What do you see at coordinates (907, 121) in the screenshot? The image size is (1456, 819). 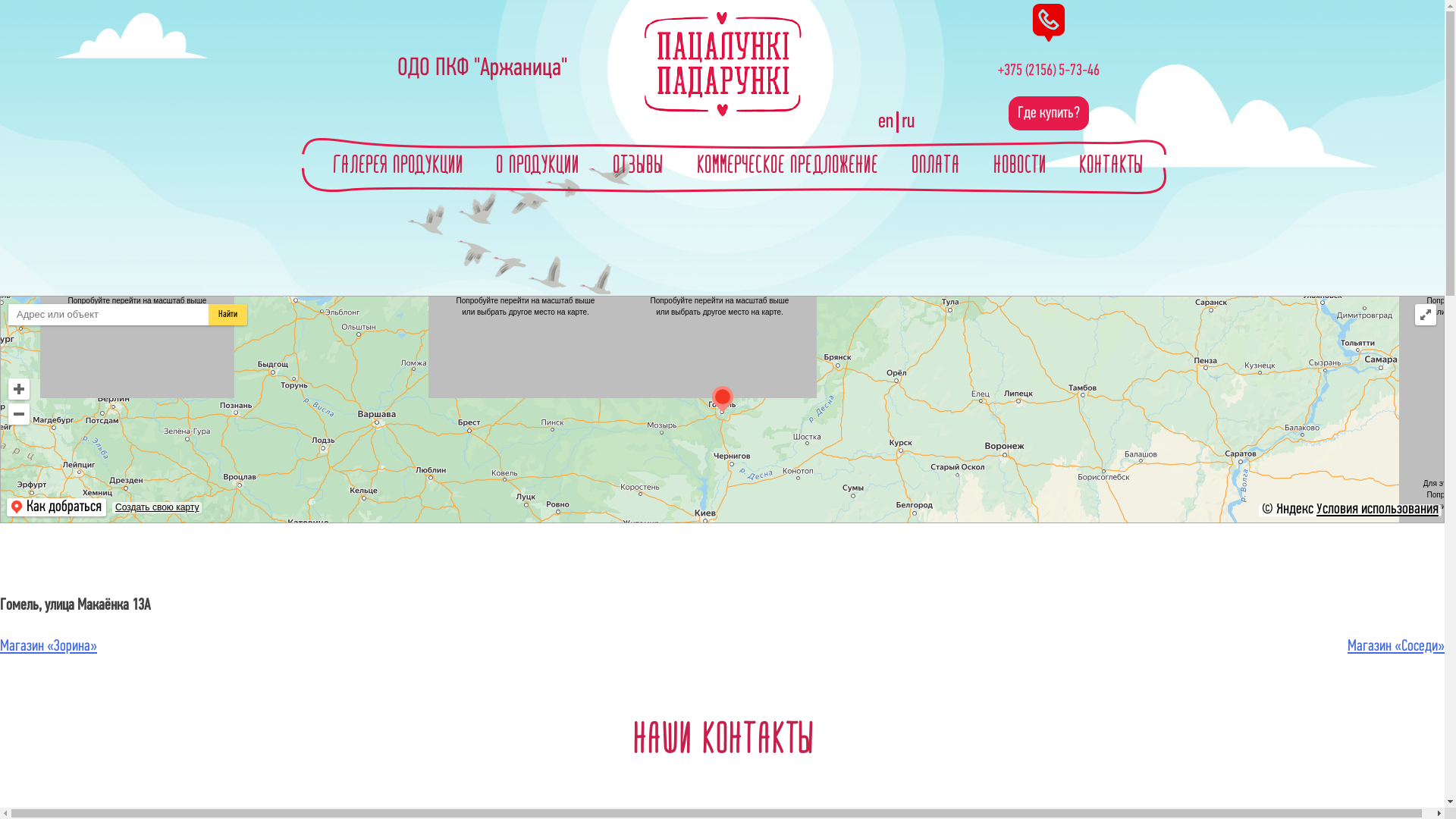 I see `'ru'` at bounding box center [907, 121].